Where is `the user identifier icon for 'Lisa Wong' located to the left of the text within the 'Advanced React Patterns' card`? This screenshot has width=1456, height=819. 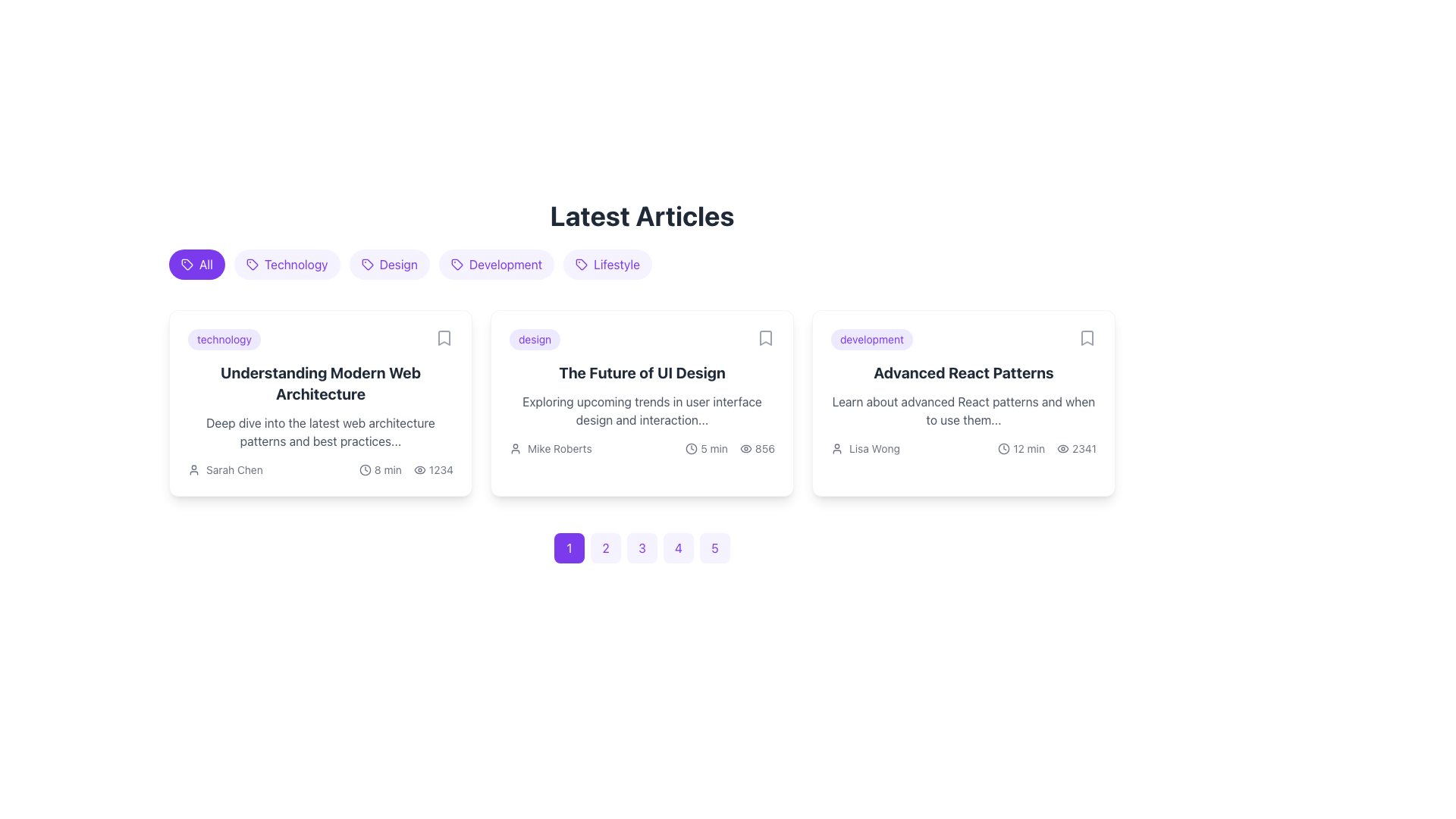 the user identifier icon for 'Lisa Wong' located to the left of the text within the 'Advanced React Patterns' card is located at coordinates (836, 447).